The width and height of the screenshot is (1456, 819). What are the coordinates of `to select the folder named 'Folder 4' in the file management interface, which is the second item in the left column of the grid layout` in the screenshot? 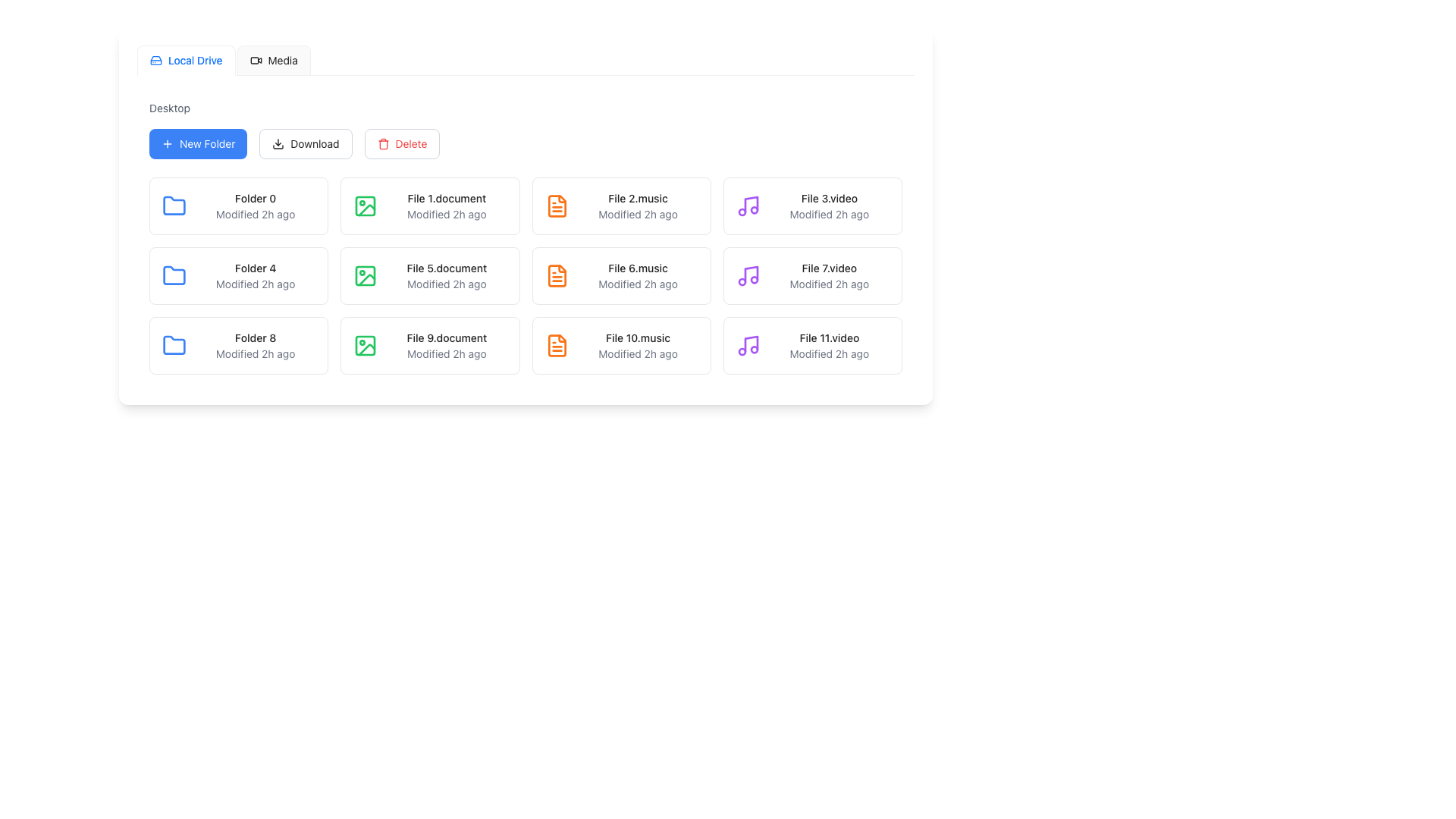 It's located at (238, 275).